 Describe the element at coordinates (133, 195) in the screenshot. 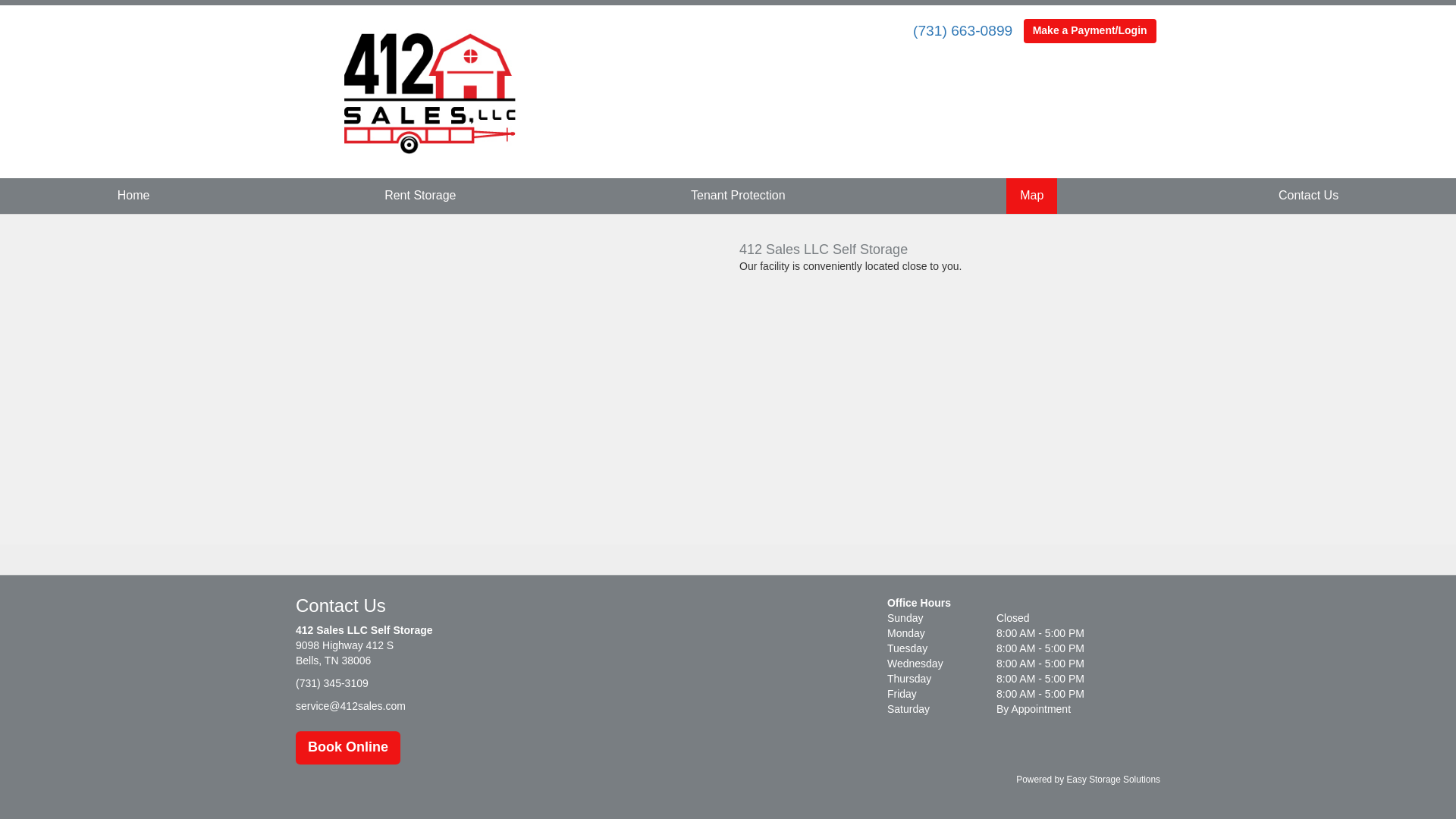

I see `'Home'` at that location.